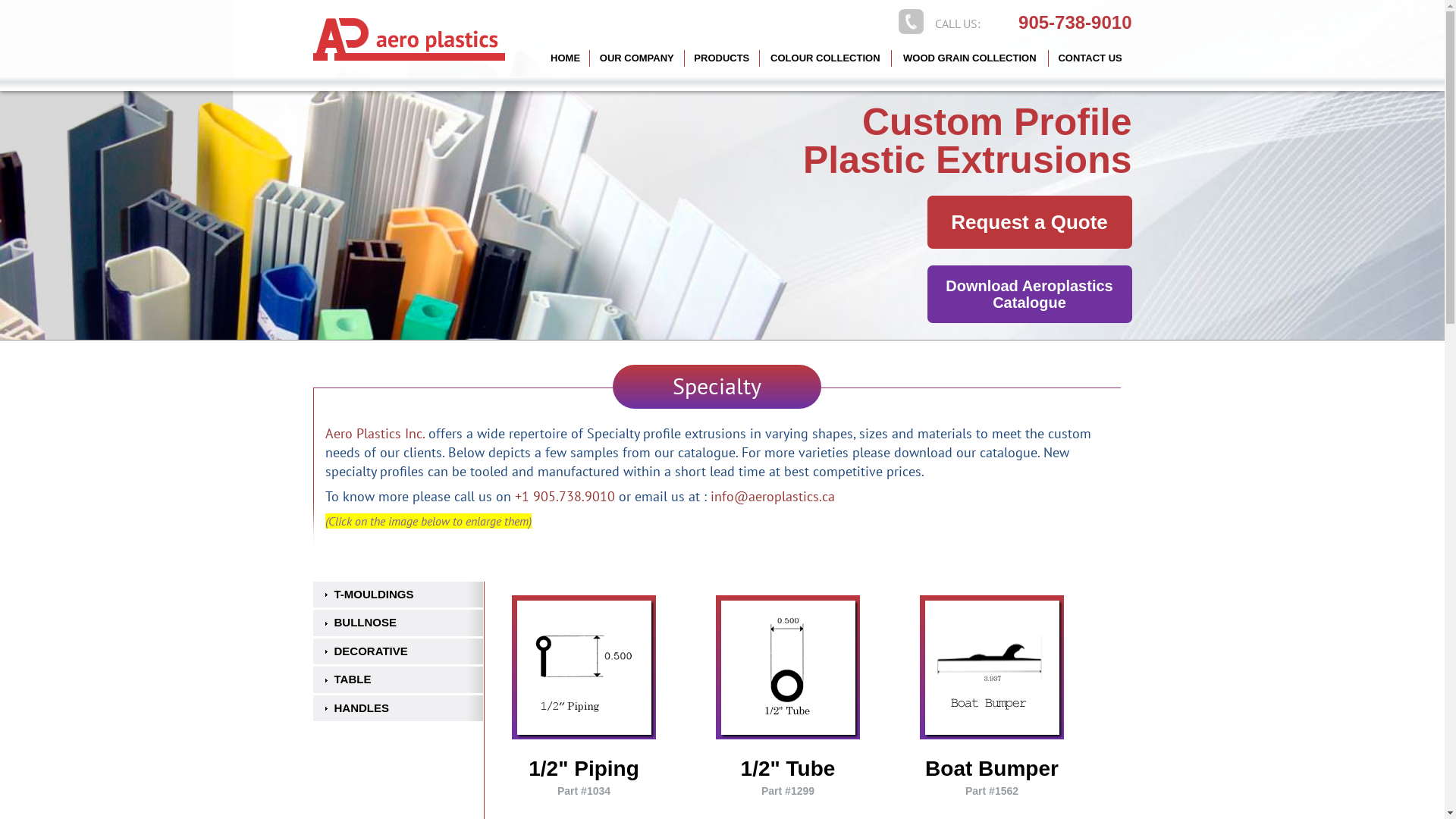  I want to click on 'HANDLES', so click(397, 708).